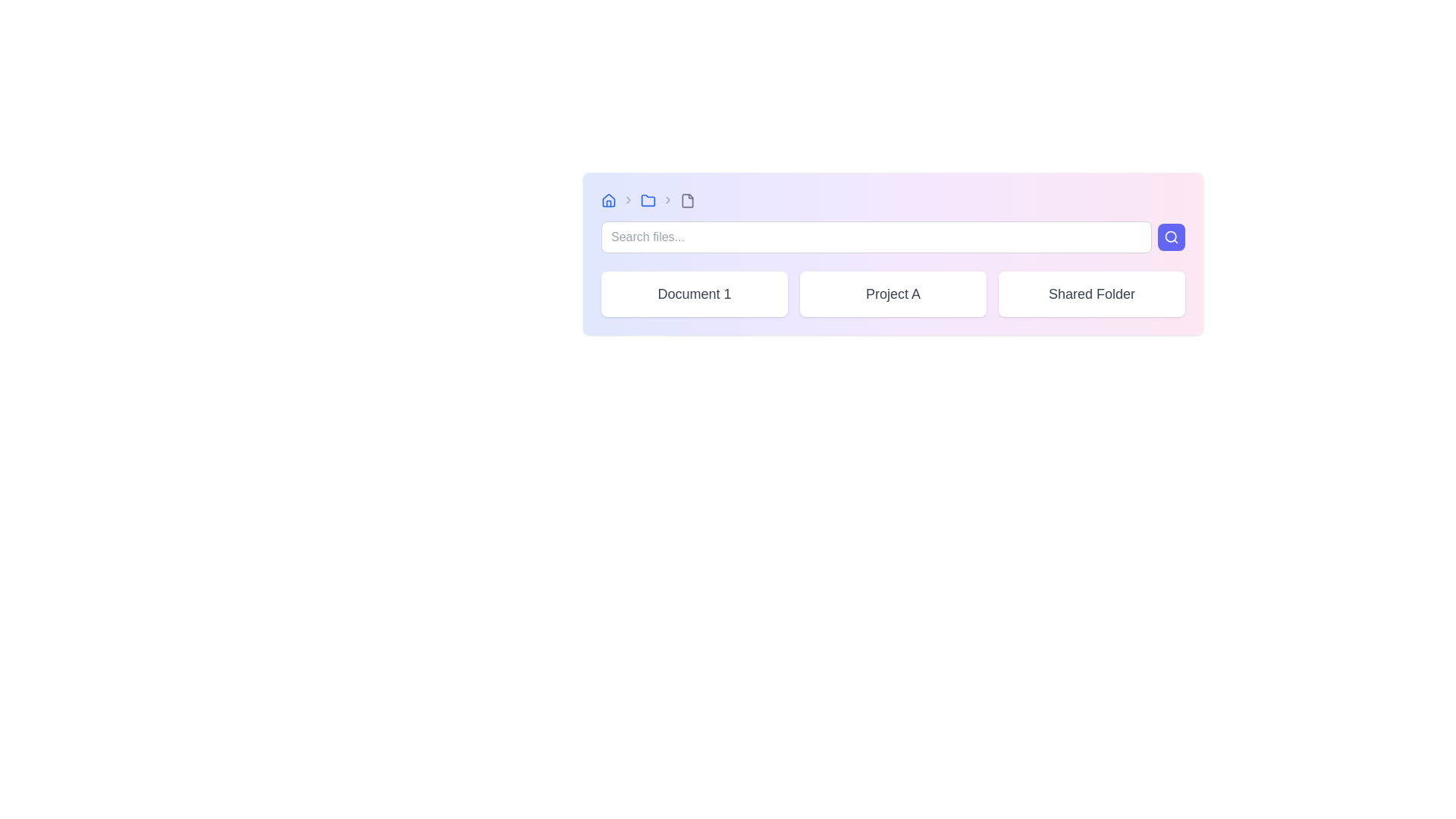 The height and width of the screenshot is (819, 1456). Describe the element at coordinates (1171, 237) in the screenshot. I see `the interactive search icon located inside the circular button at the far right of the search bar to initiate the search` at that location.